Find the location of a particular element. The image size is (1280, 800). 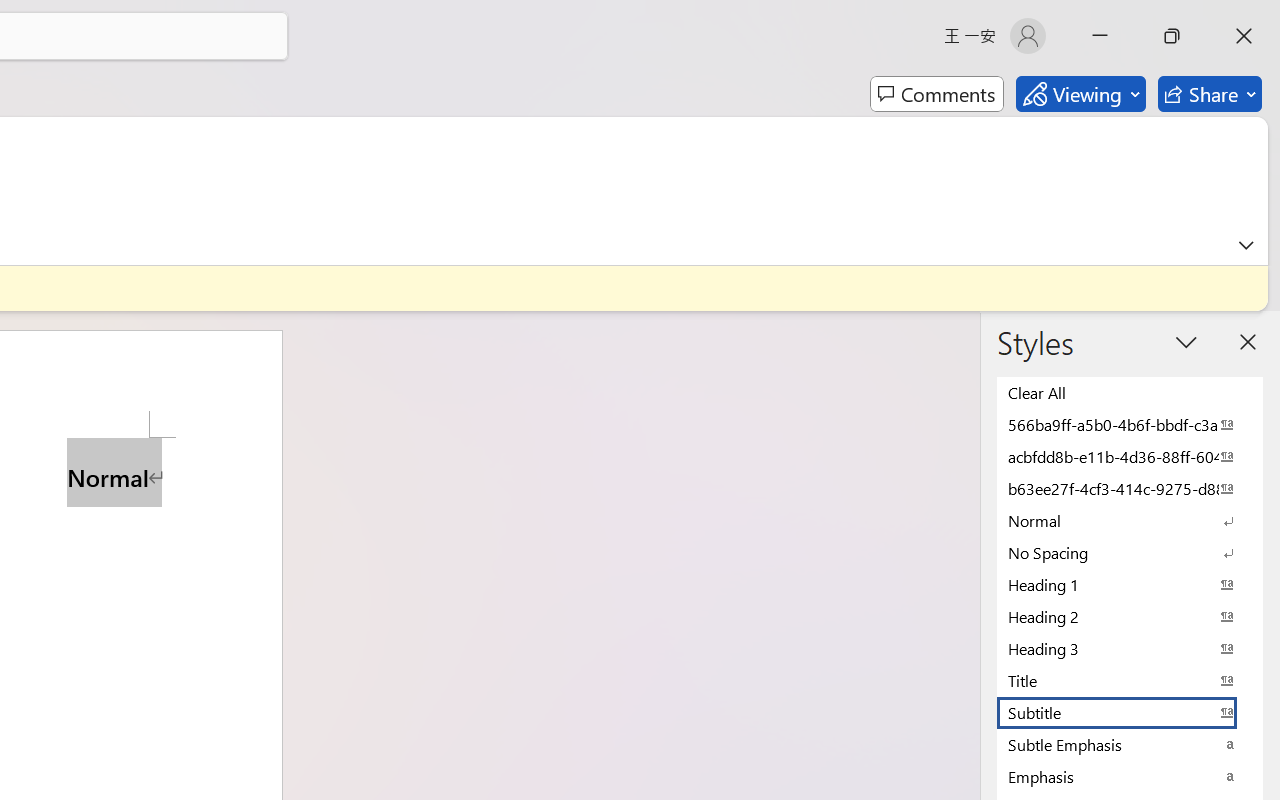

'No Spacing' is located at coordinates (1130, 552).